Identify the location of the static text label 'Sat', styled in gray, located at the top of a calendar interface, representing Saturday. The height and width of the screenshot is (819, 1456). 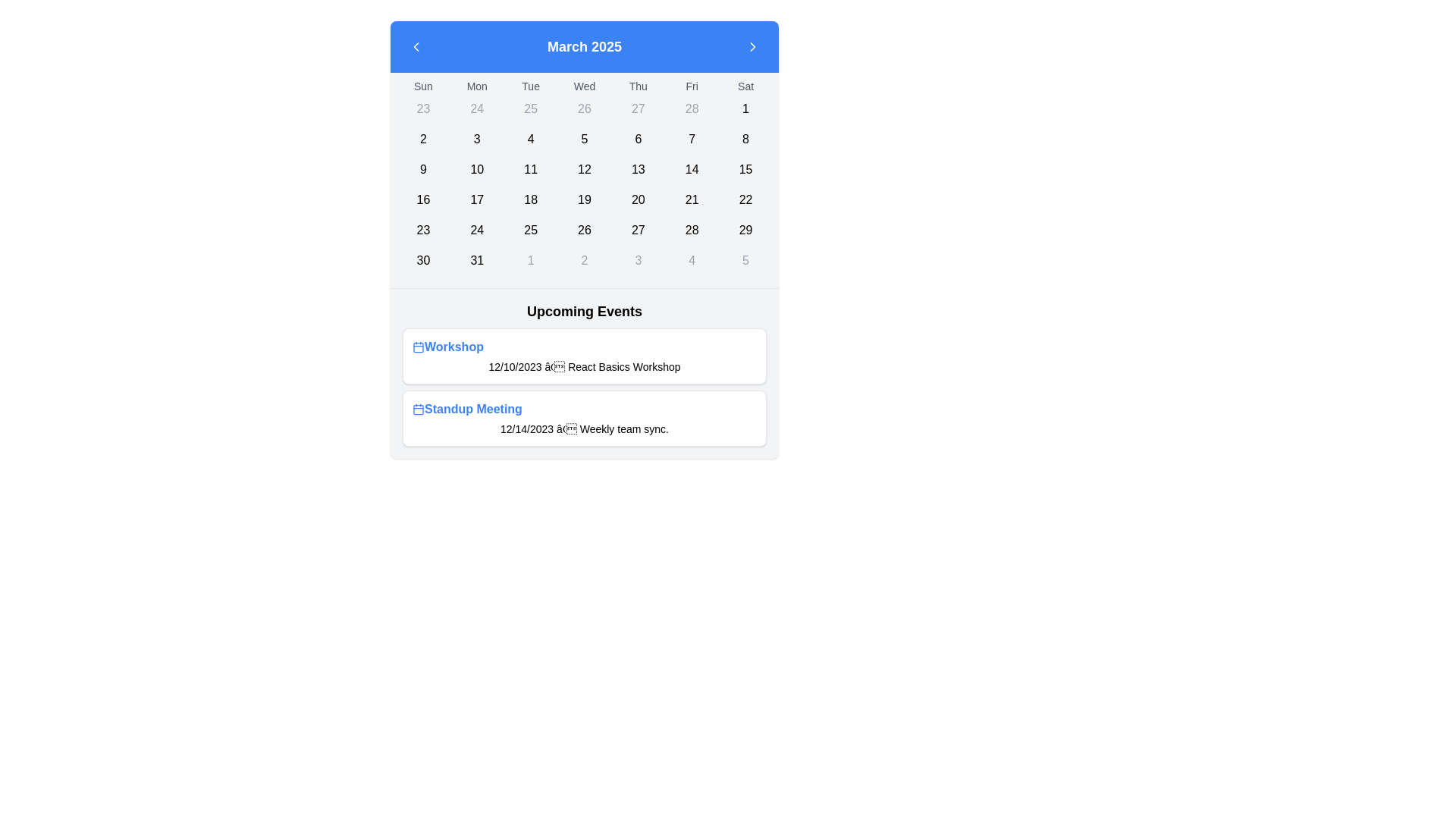
(745, 86).